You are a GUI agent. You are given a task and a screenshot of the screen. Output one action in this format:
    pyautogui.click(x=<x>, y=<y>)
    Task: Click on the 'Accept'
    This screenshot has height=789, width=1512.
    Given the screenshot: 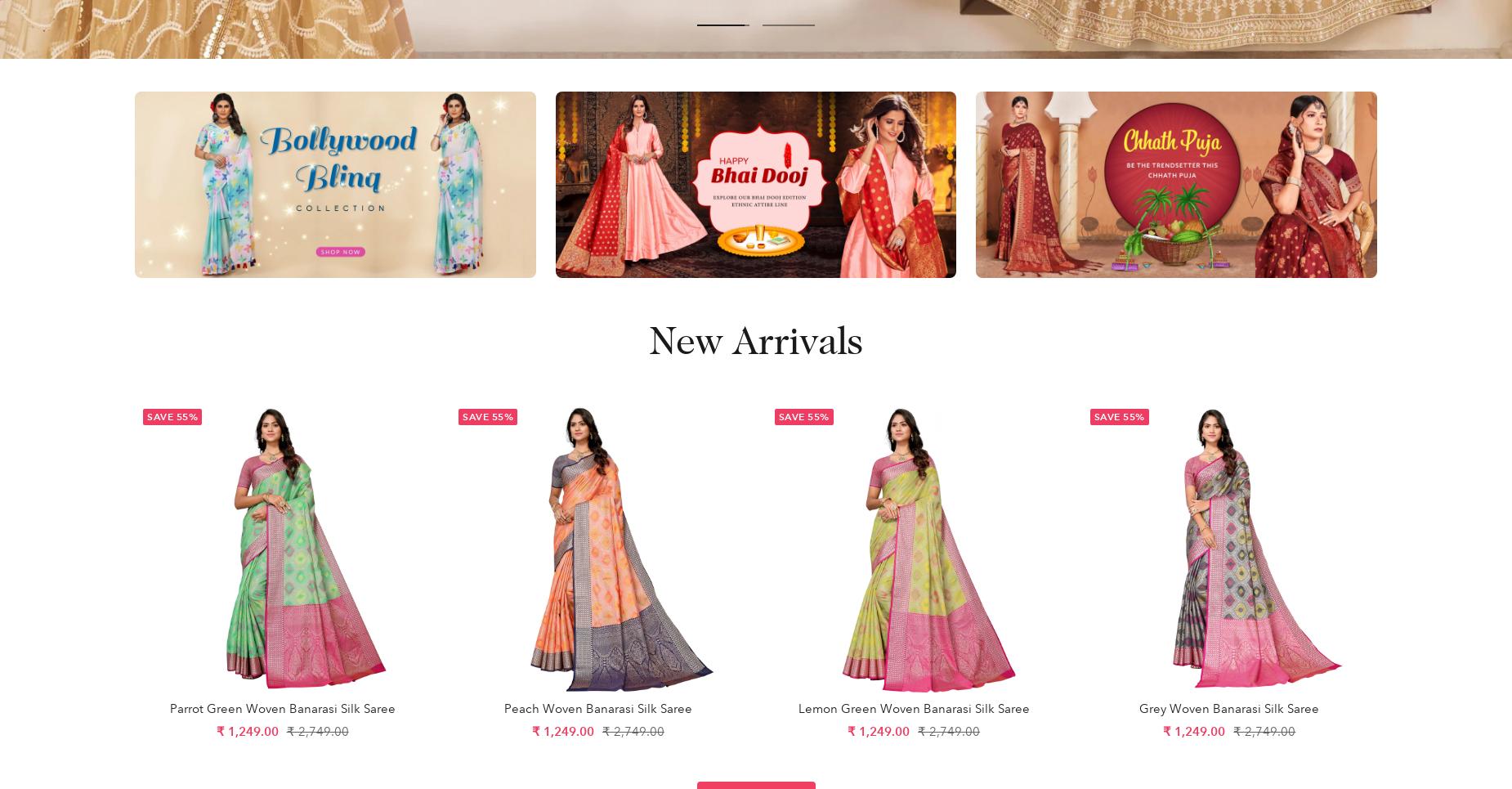 What is the action you would take?
    pyautogui.click(x=1193, y=770)
    